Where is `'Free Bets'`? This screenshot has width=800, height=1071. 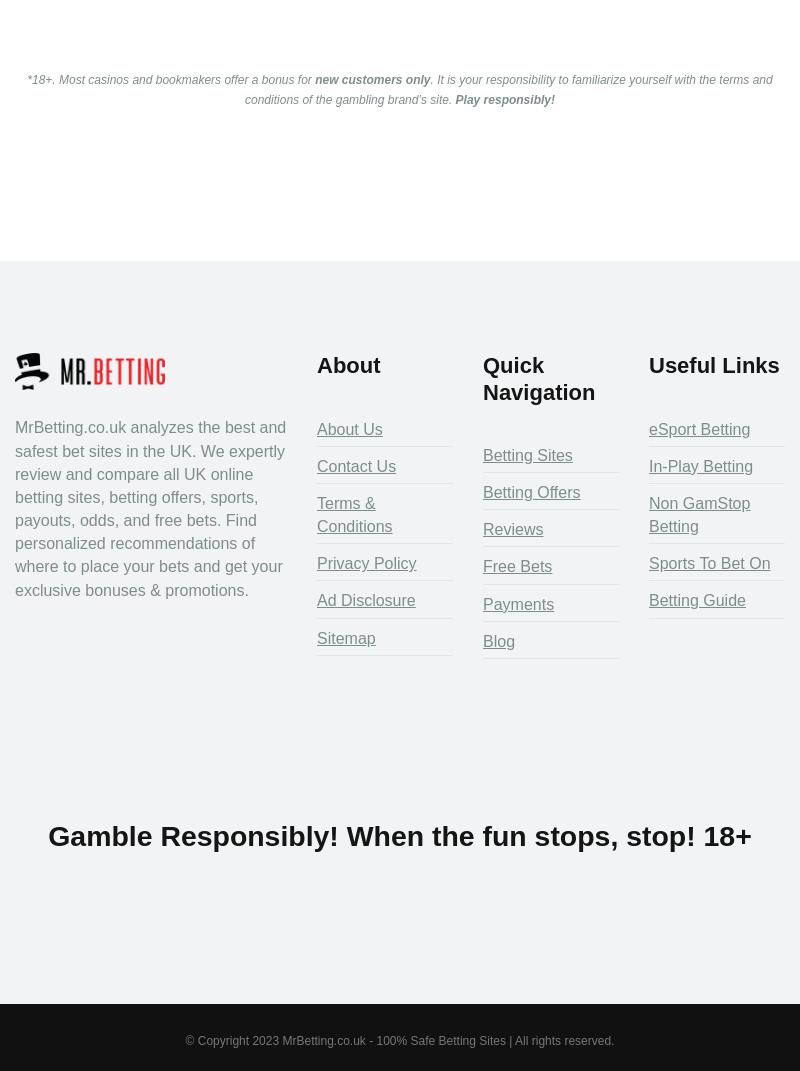 'Free Bets' is located at coordinates (516, 566).